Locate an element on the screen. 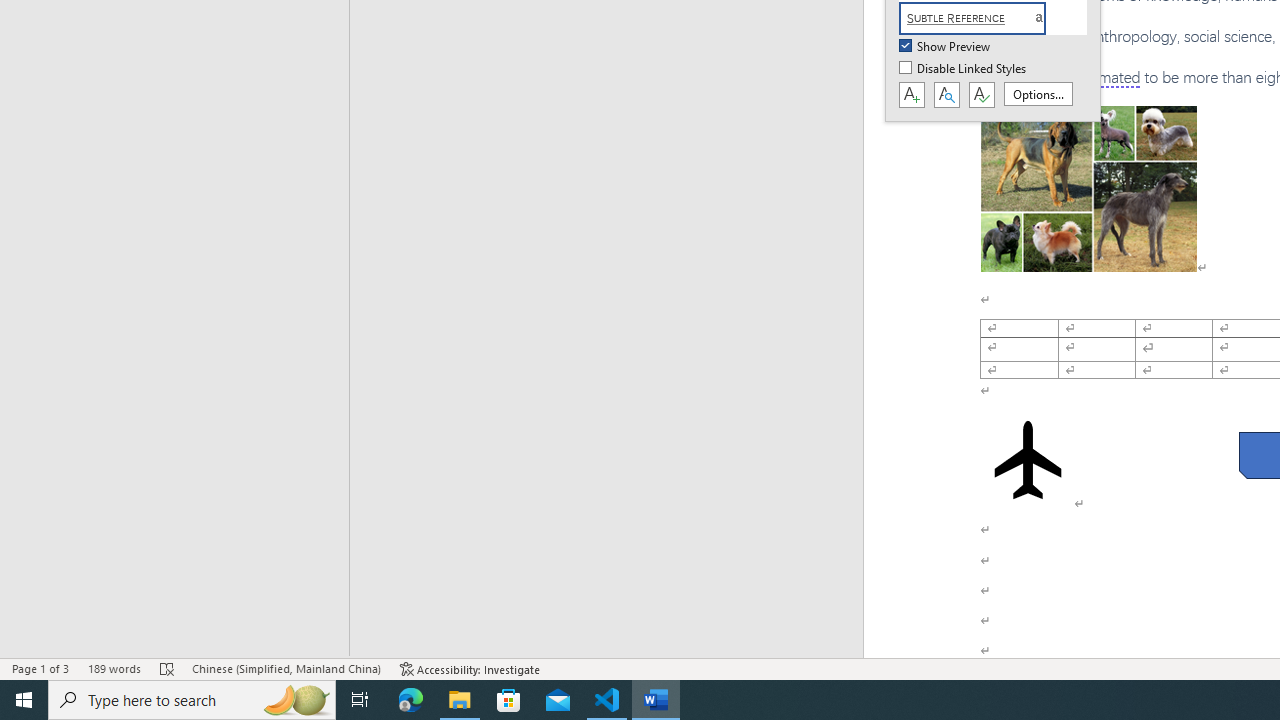 The width and height of the screenshot is (1280, 720). 'Language Chinese (Simplified, Mainland China)' is located at coordinates (285, 669).